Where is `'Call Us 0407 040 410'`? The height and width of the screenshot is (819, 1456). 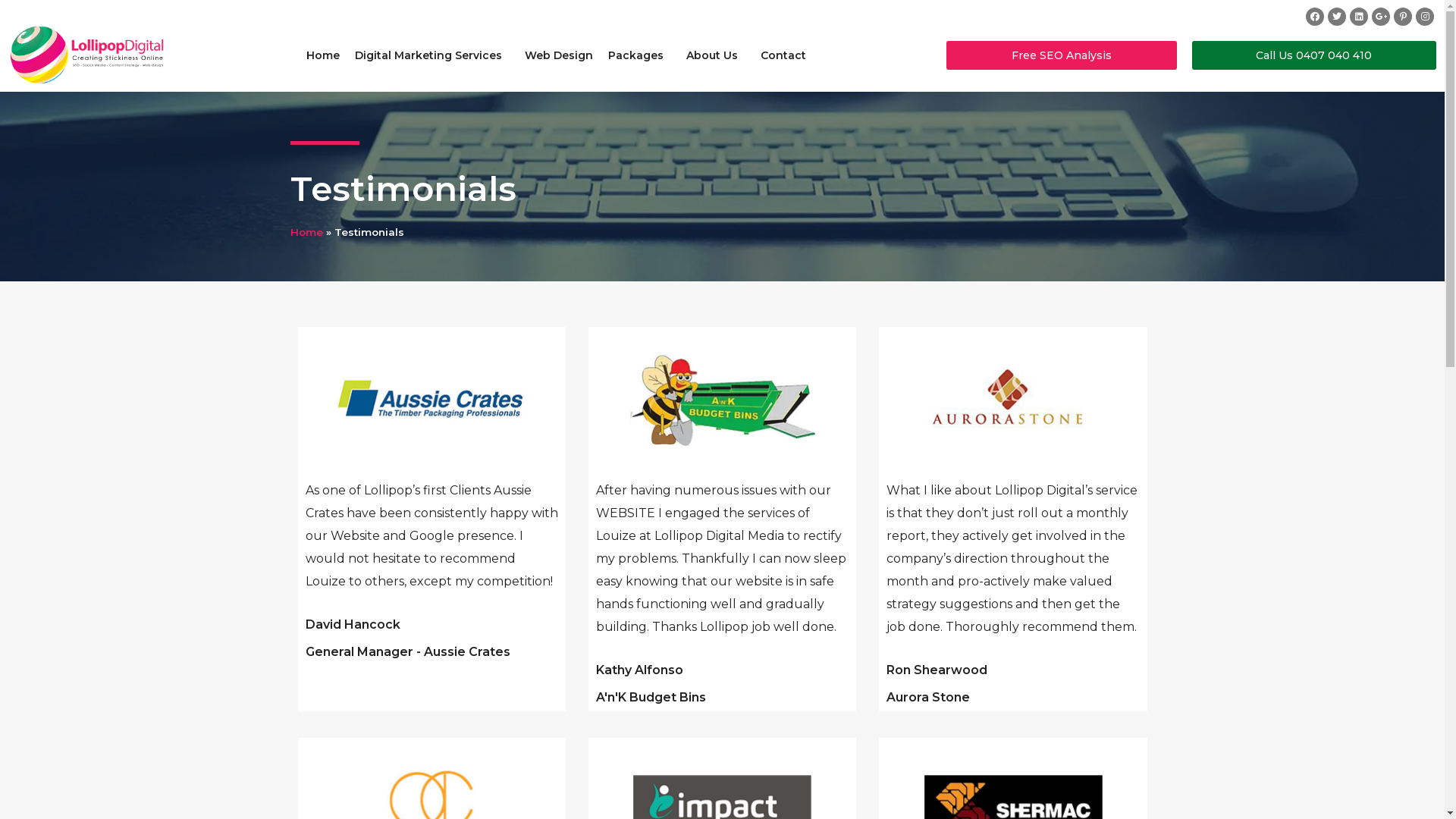 'Call Us 0407 040 410' is located at coordinates (1313, 55).